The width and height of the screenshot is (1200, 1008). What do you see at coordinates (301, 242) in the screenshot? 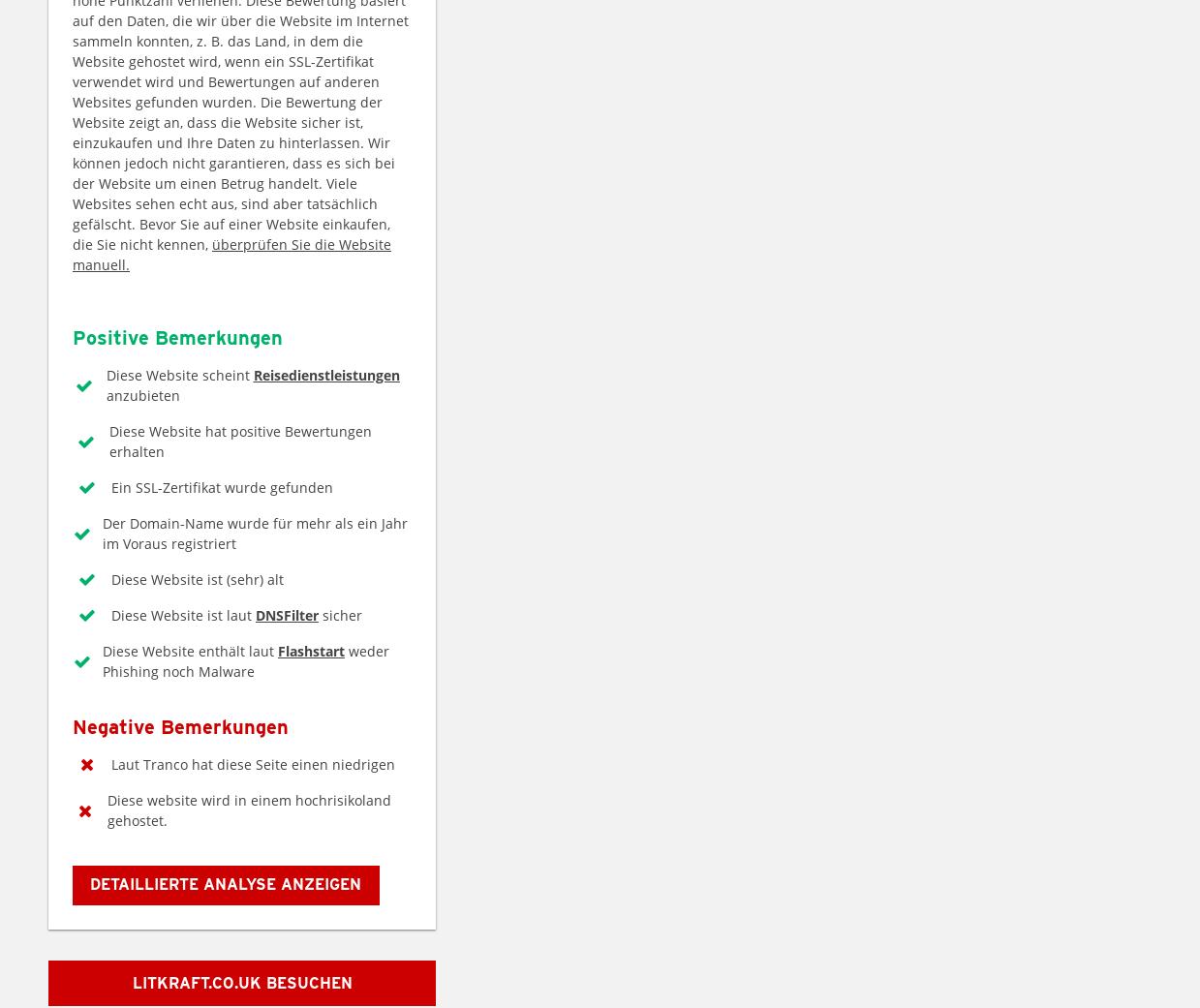
I see `'überprüfen Sie die Website'` at bounding box center [301, 242].